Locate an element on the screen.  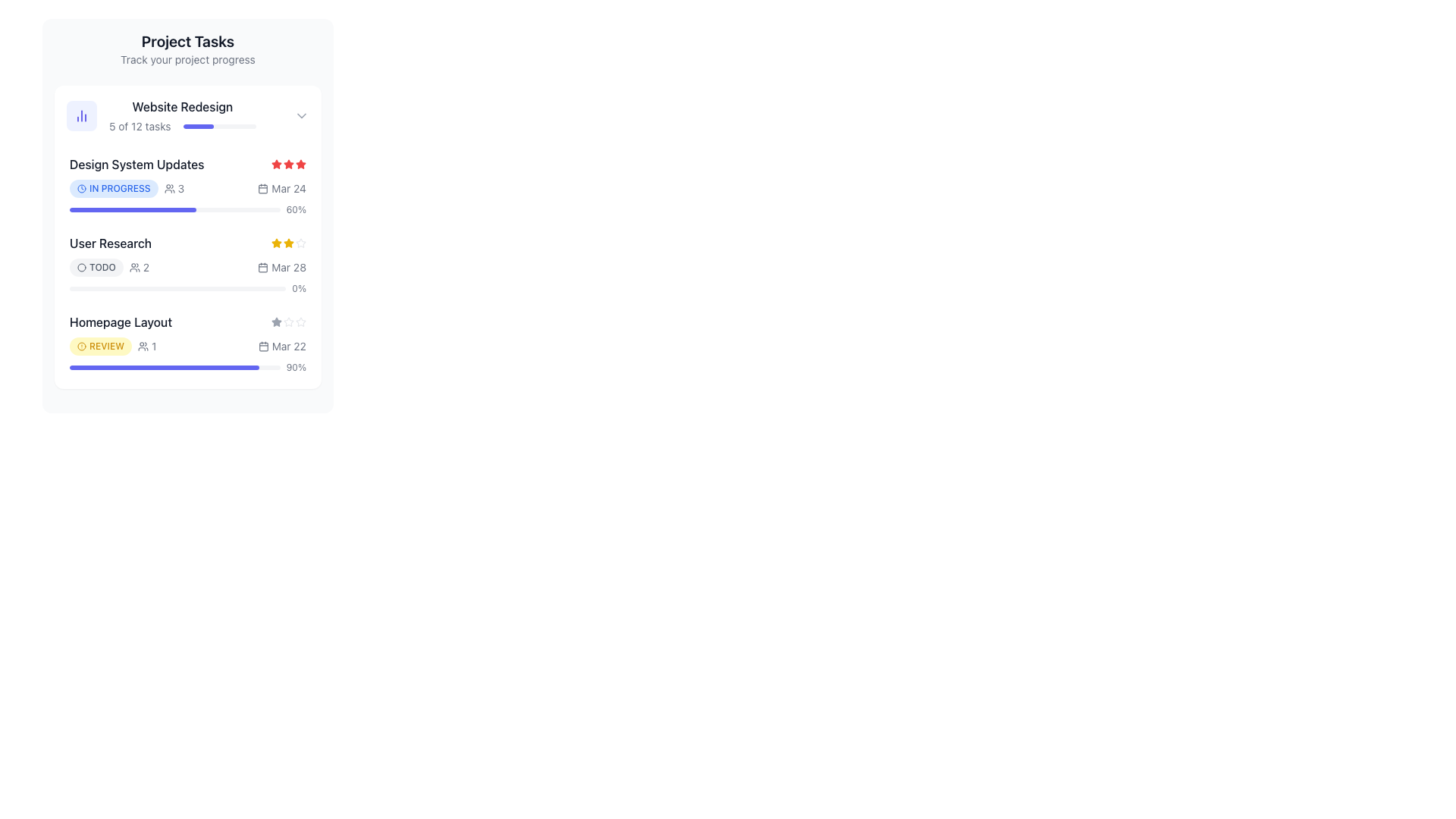
the small user group icon, which is an outline drawing located to the left of the text '2' in the task summary section labeled 'User Research' is located at coordinates (134, 267).